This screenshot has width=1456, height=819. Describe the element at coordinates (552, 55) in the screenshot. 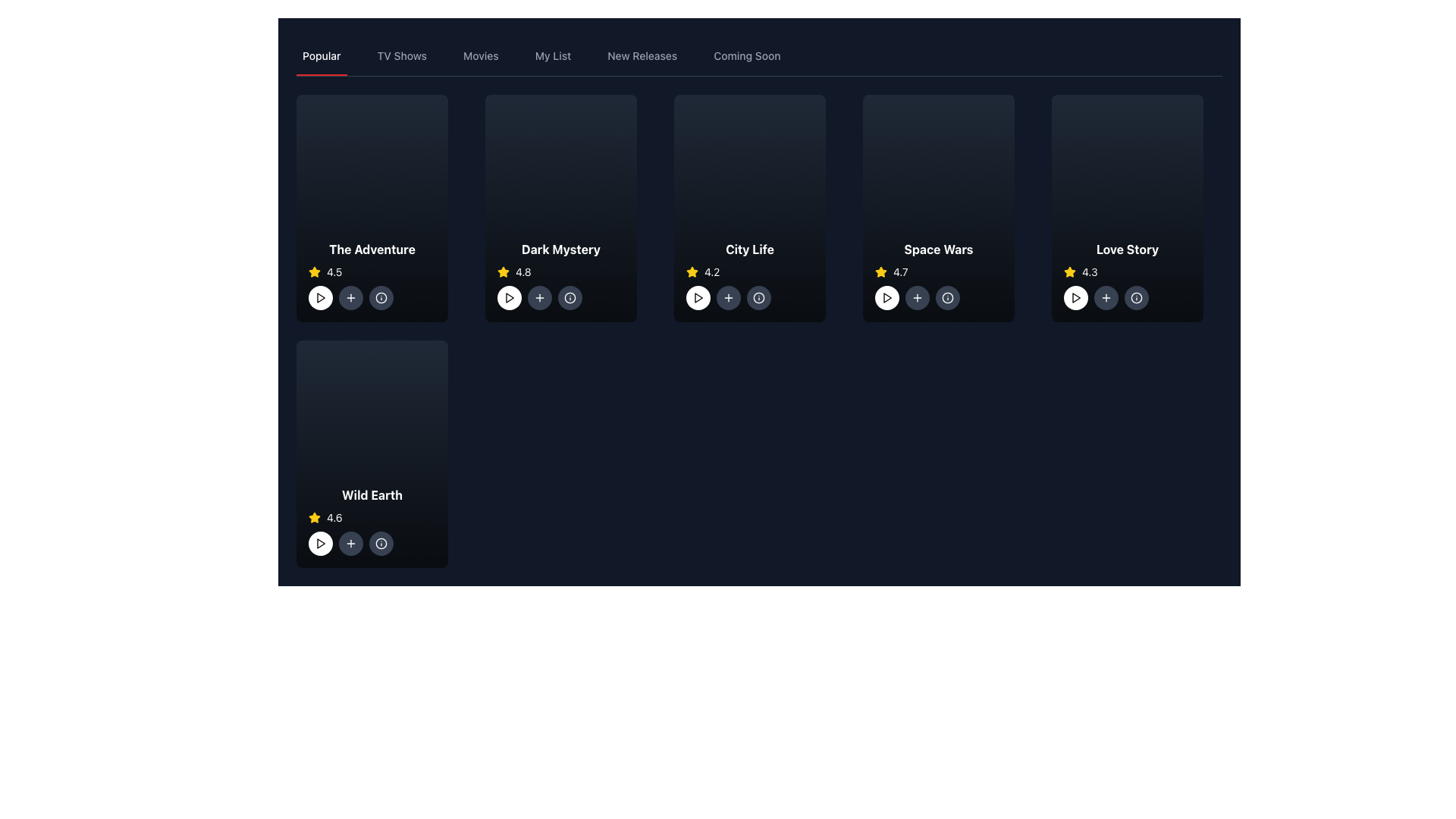

I see `the fourth button in the navigation bar, which filters or displays the user's saved list, to trigger a color change` at that location.